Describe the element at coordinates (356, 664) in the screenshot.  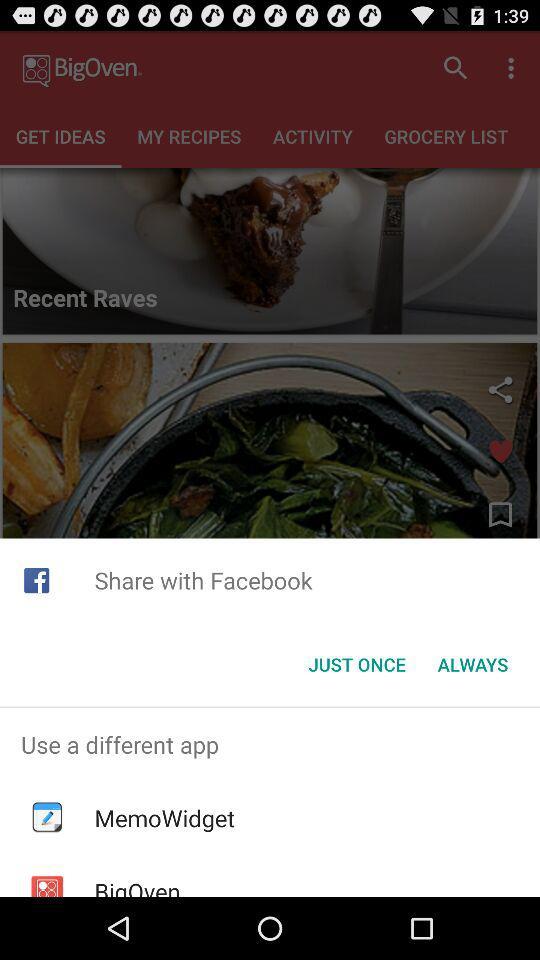
I see `the button next to the always button` at that location.